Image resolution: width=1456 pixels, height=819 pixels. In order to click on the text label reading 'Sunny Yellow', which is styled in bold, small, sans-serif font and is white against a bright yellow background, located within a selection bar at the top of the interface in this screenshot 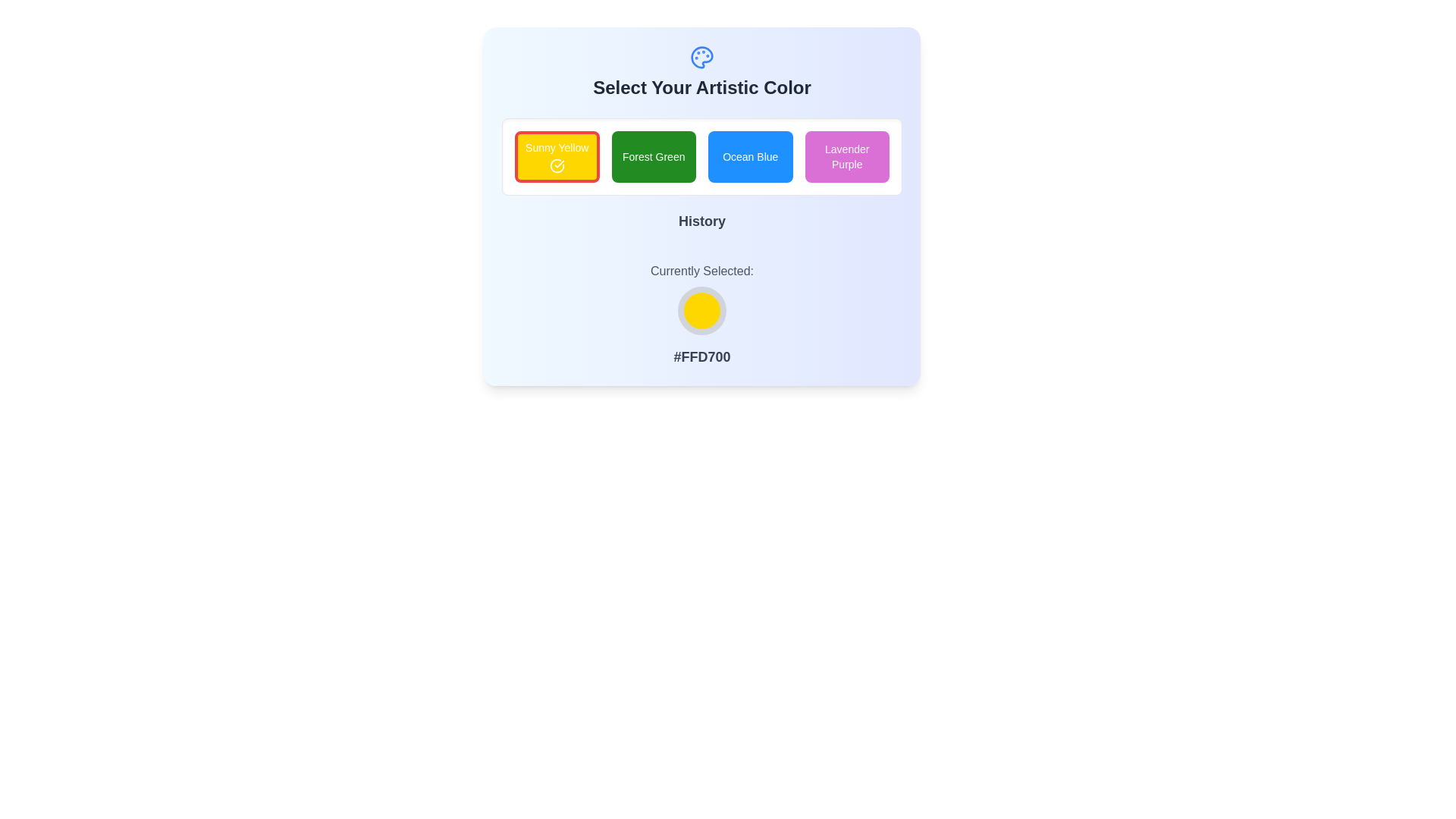, I will do `click(556, 148)`.